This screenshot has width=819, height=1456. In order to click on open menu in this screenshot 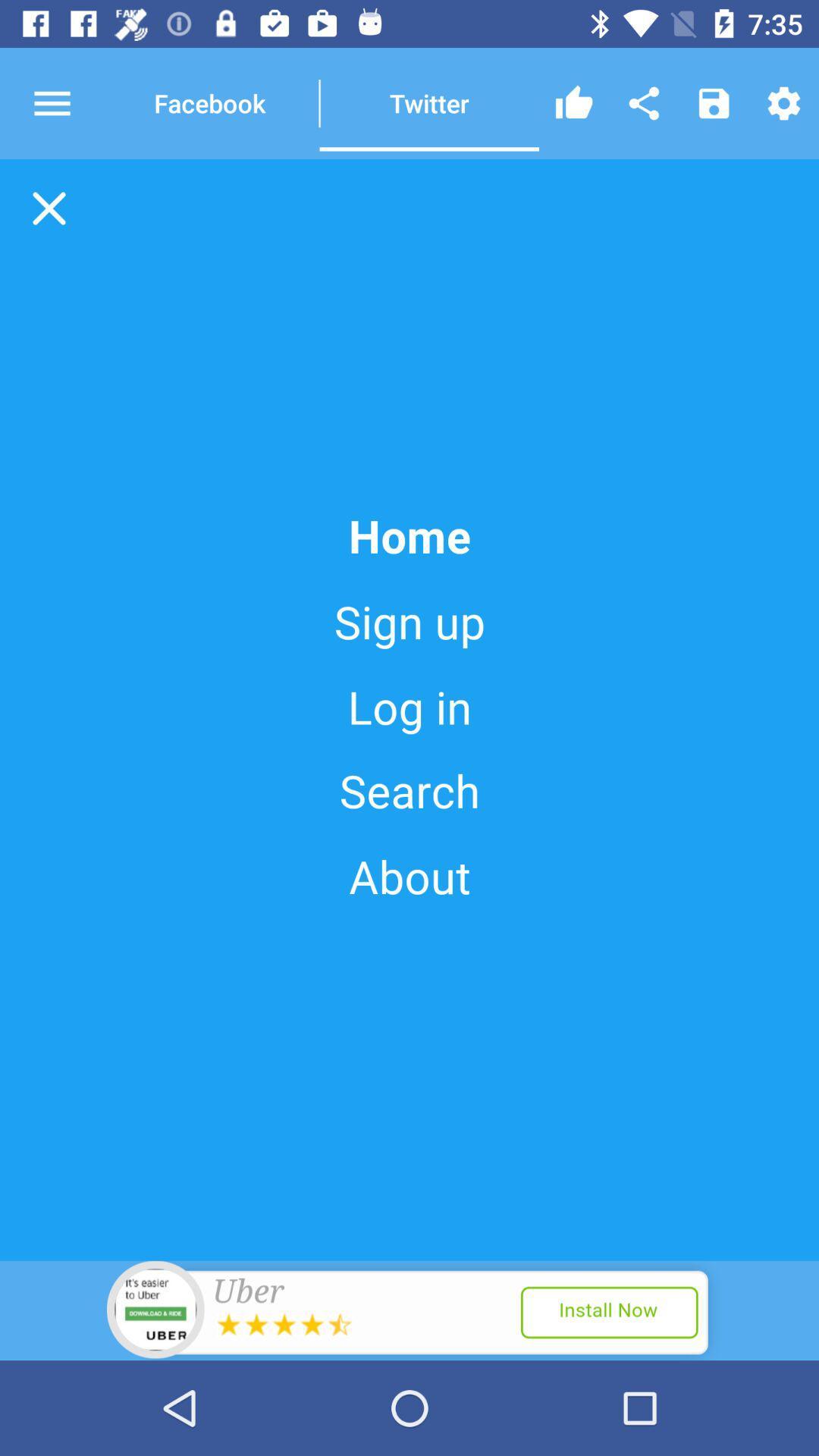, I will do `click(65, 102)`.